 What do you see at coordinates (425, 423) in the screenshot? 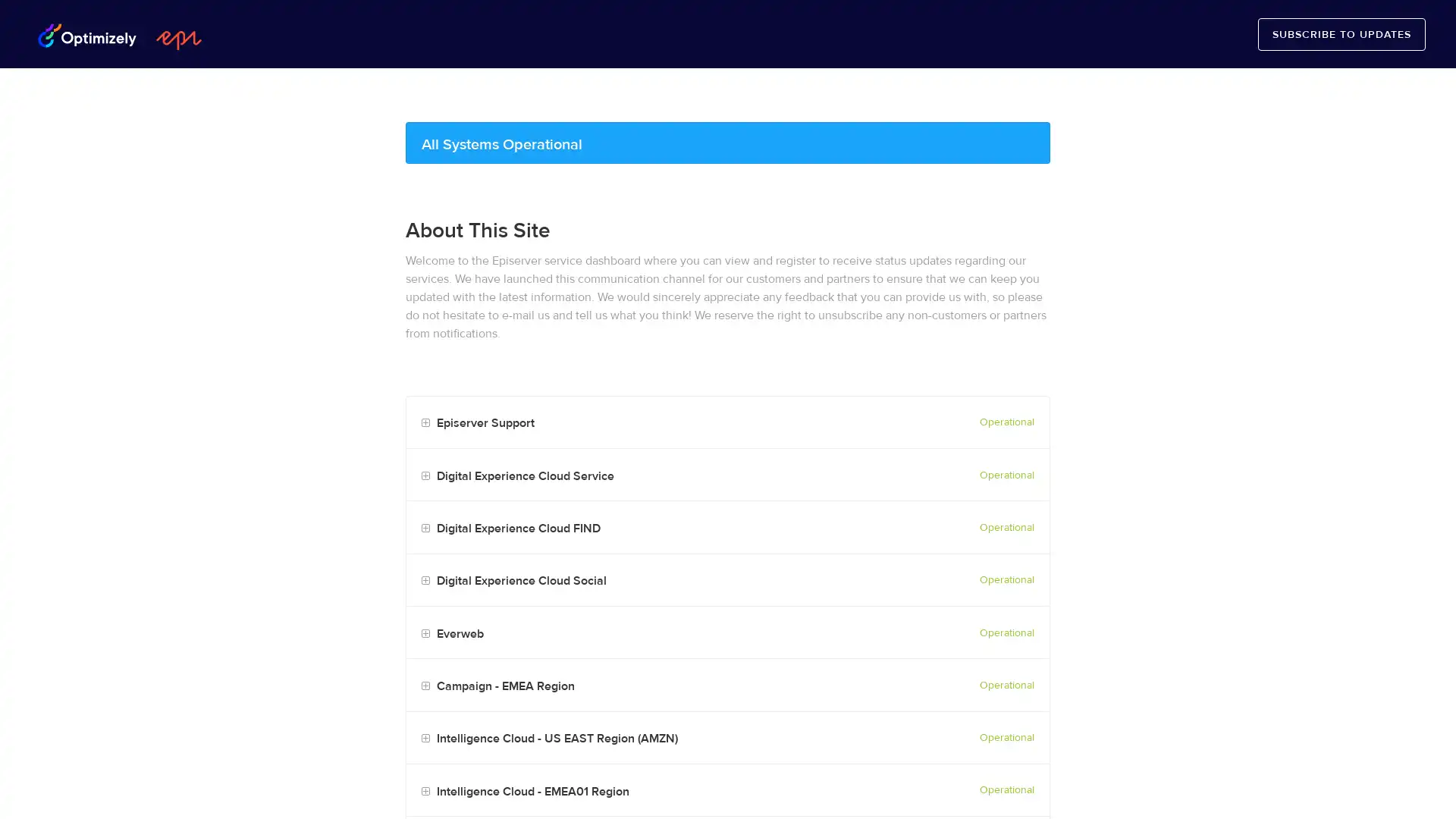
I see `Toggle Episerver Support` at bounding box center [425, 423].